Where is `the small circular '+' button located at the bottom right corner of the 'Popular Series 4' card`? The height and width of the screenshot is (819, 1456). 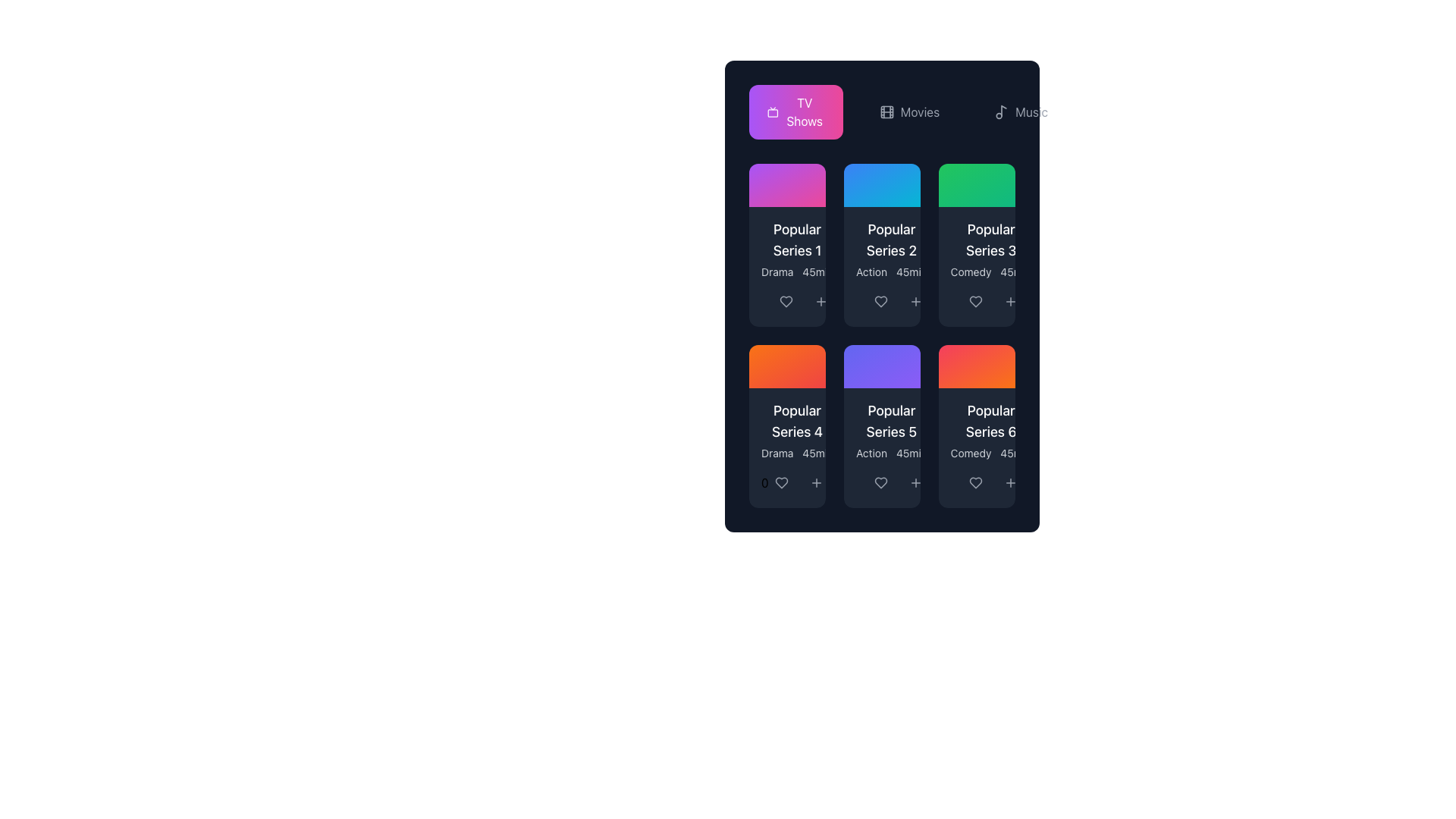
the small circular '+' button located at the bottom right corner of the 'Popular Series 4' card is located at coordinates (815, 482).